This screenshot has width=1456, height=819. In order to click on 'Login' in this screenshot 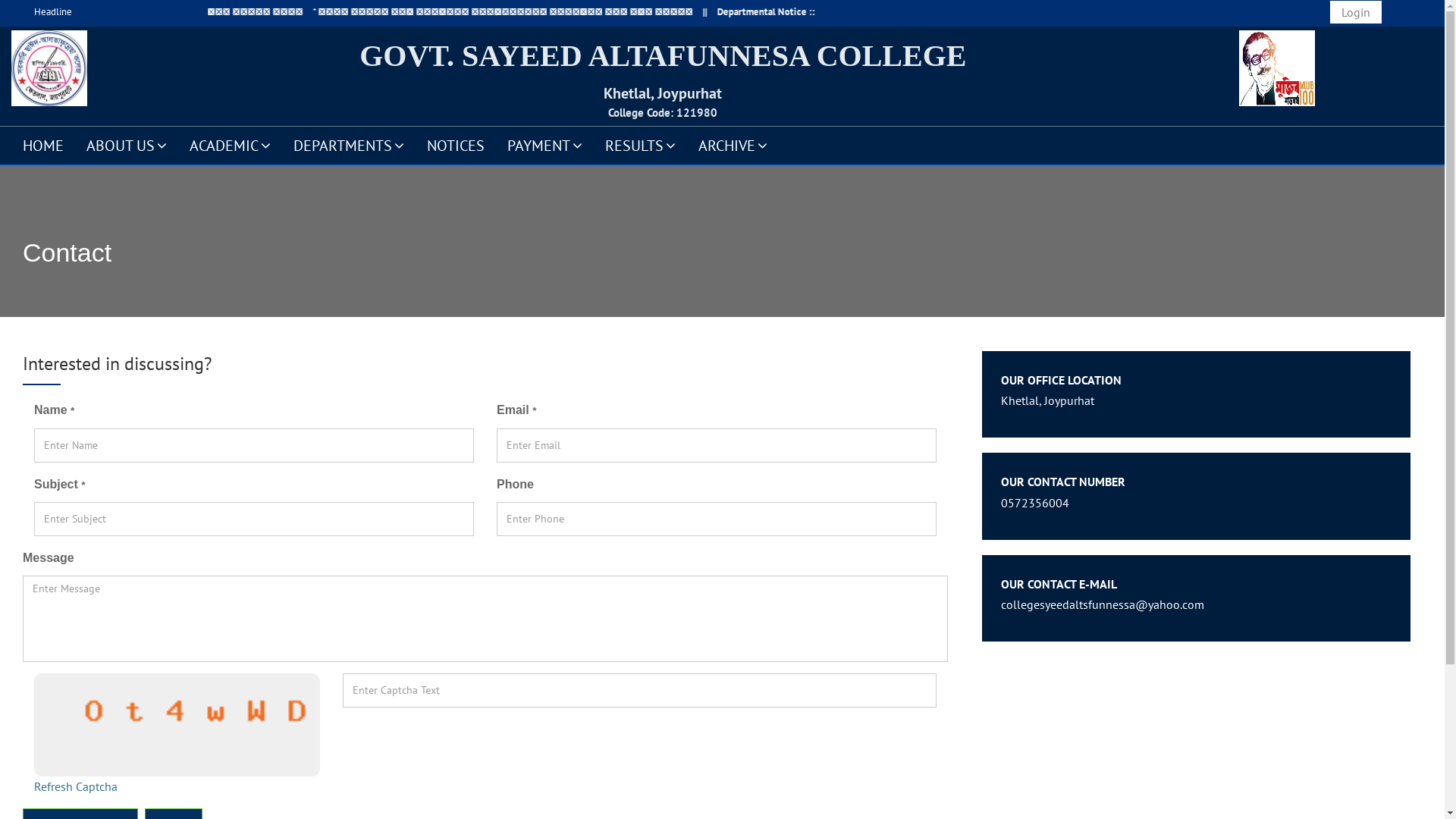, I will do `click(1356, 11)`.